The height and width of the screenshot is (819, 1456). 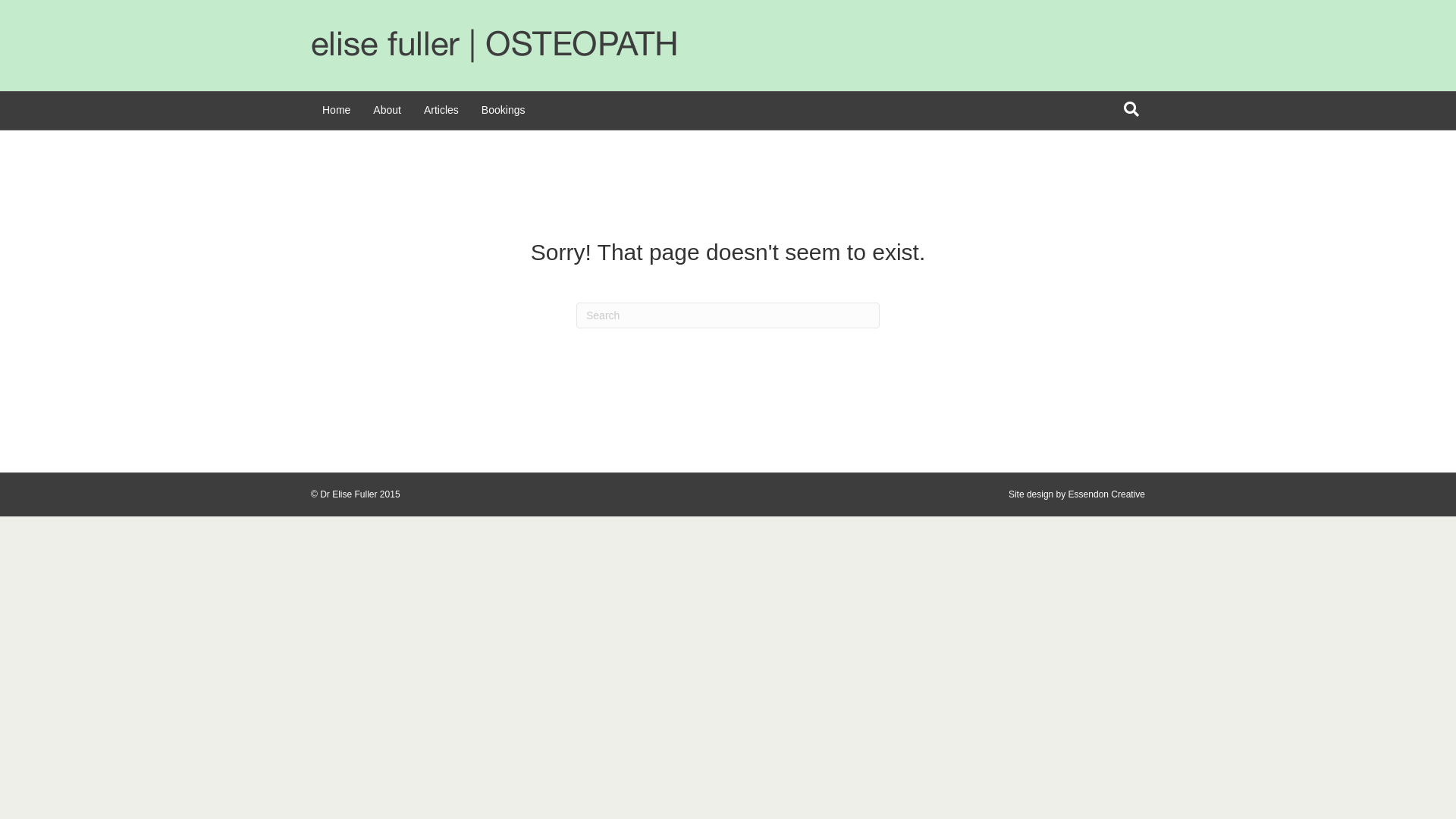 I want to click on 'Type and press Enter to search.', so click(x=728, y=315).